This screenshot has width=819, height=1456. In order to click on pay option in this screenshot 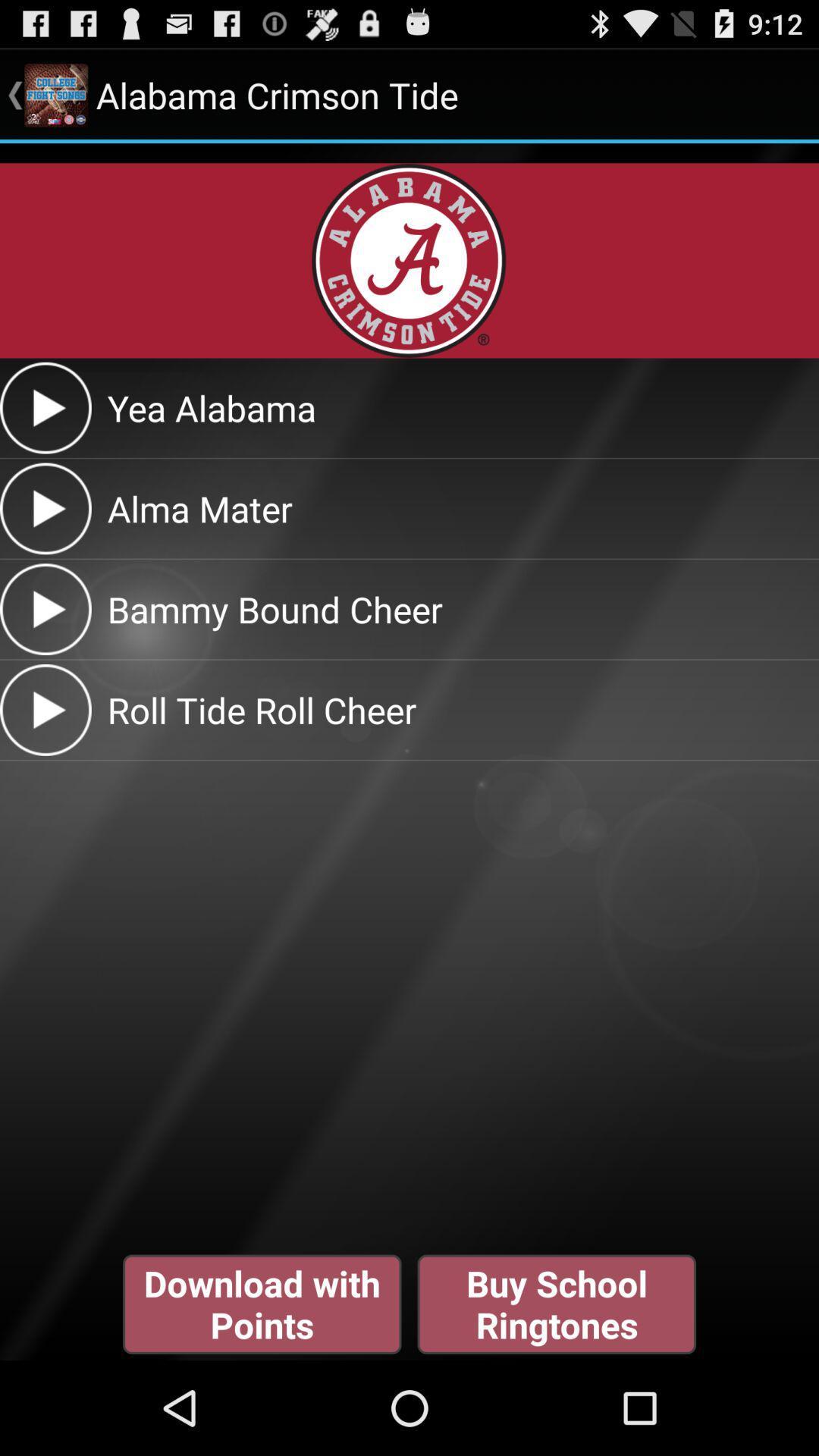, I will do `click(45, 609)`.